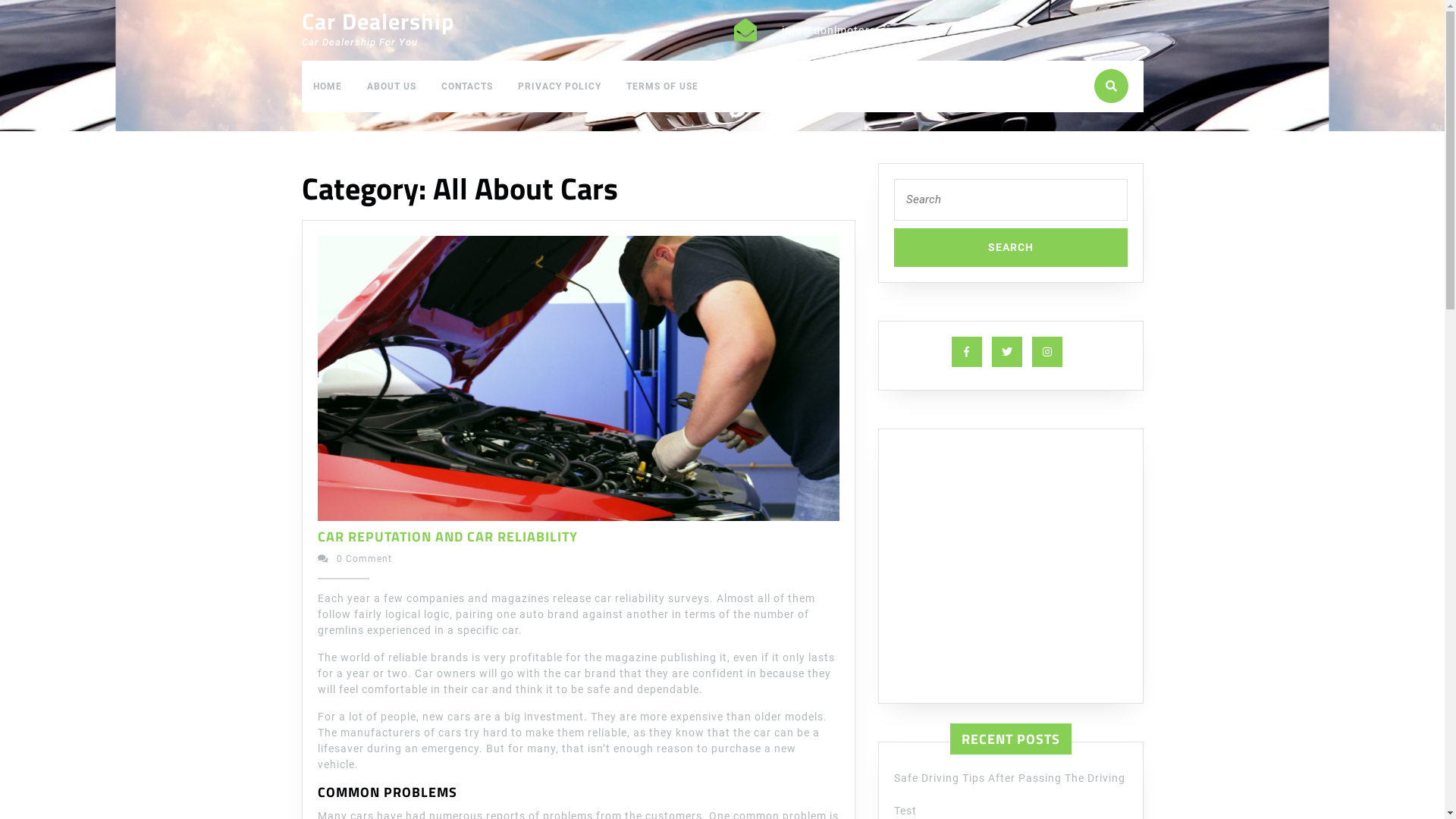  What do you see at coordinates (1009, 793) in the screenshot?
I see `'Safe Driving Tips After Passing The Driving Test'` at bounding box center [1009, 793].